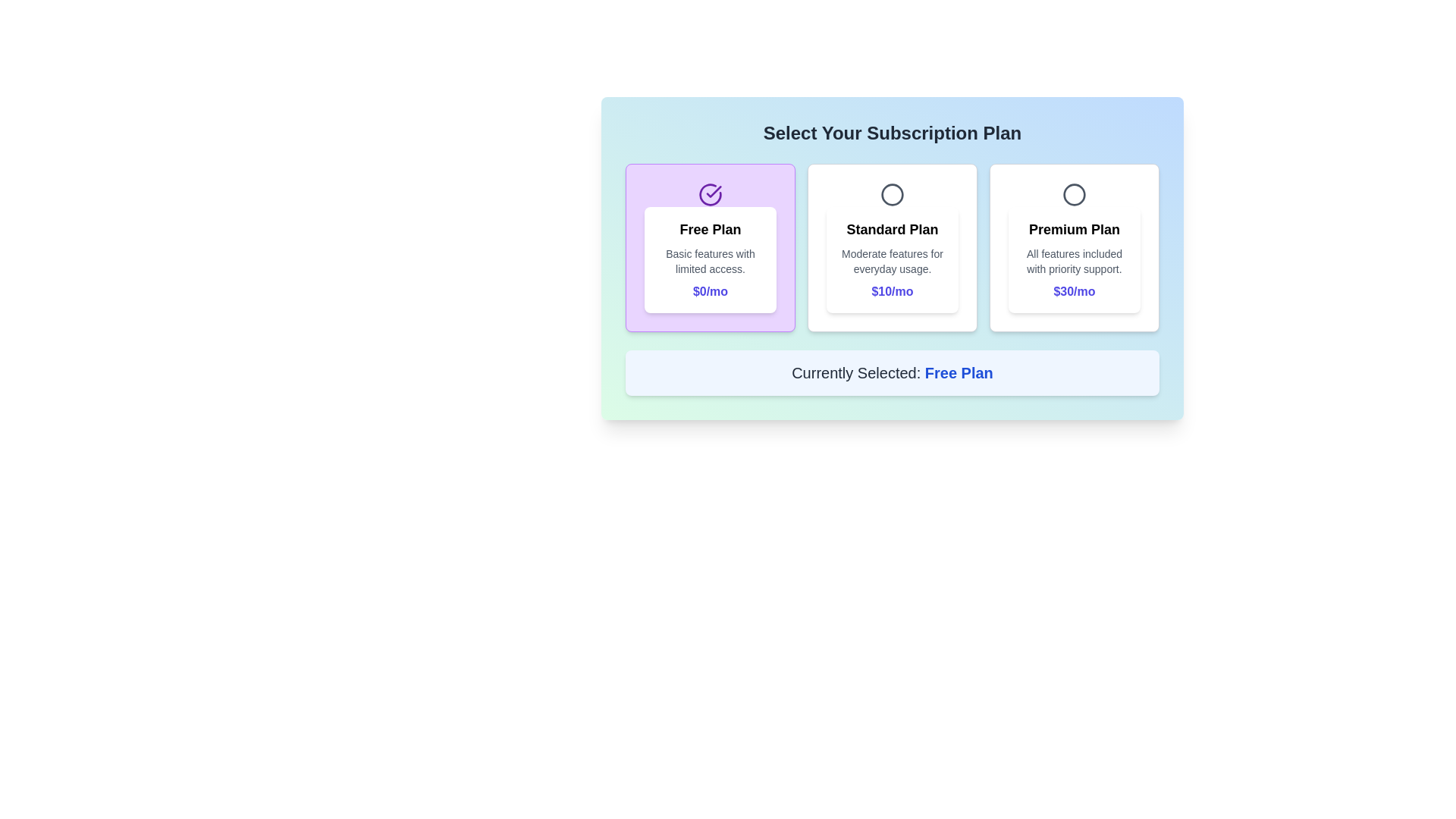 This screenshot has width=1456, height=819. Describe the element at coordinates (1073, 194) in the screenshot. I see `the circular icon with a thin border located at the top-center of the Premium Plan card, which is the rightmost card among the three options` at that location.